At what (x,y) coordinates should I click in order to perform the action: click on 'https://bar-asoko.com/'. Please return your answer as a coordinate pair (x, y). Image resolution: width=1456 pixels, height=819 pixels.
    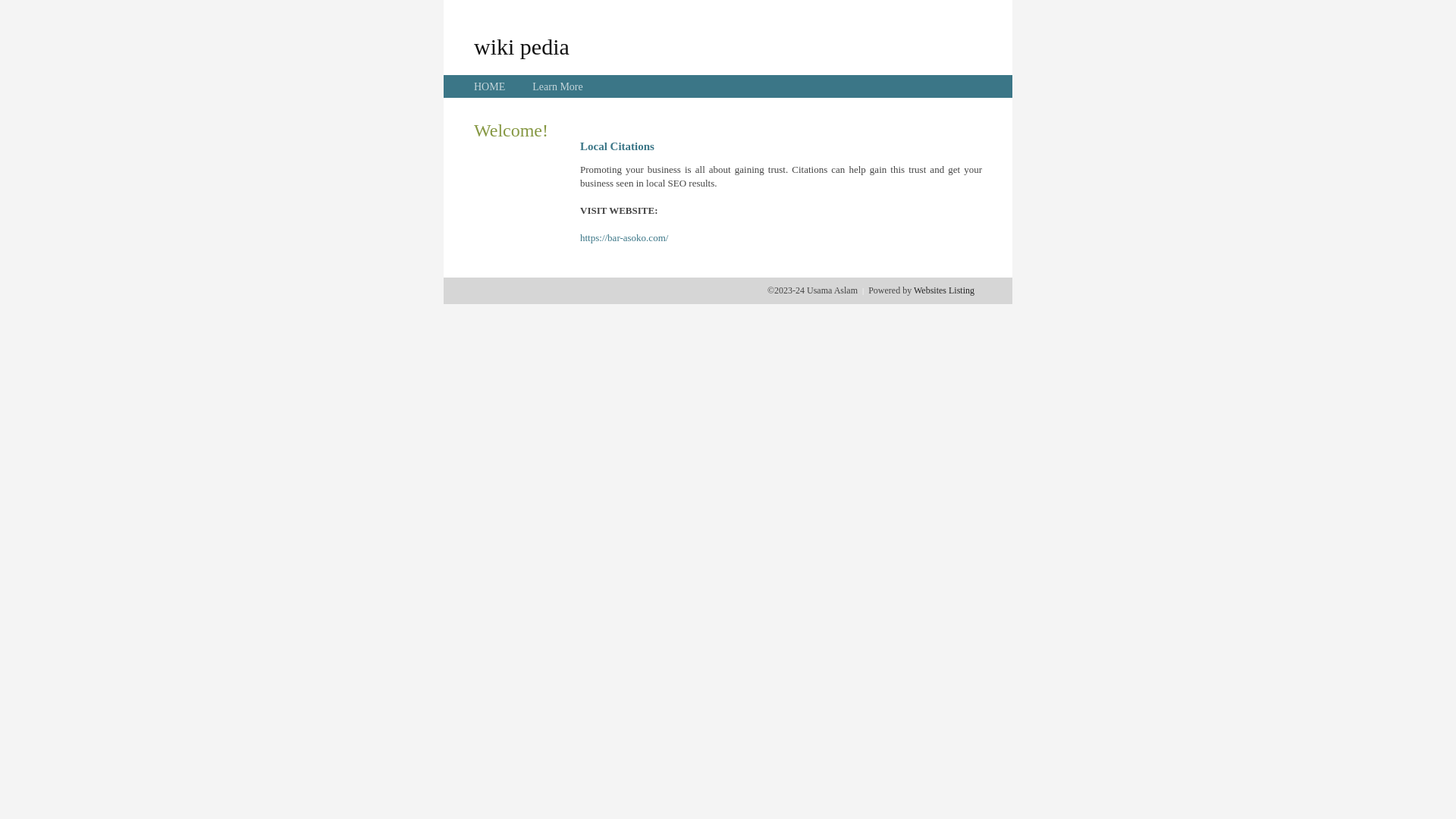
    Looking at the image, I should click on (623, 237).